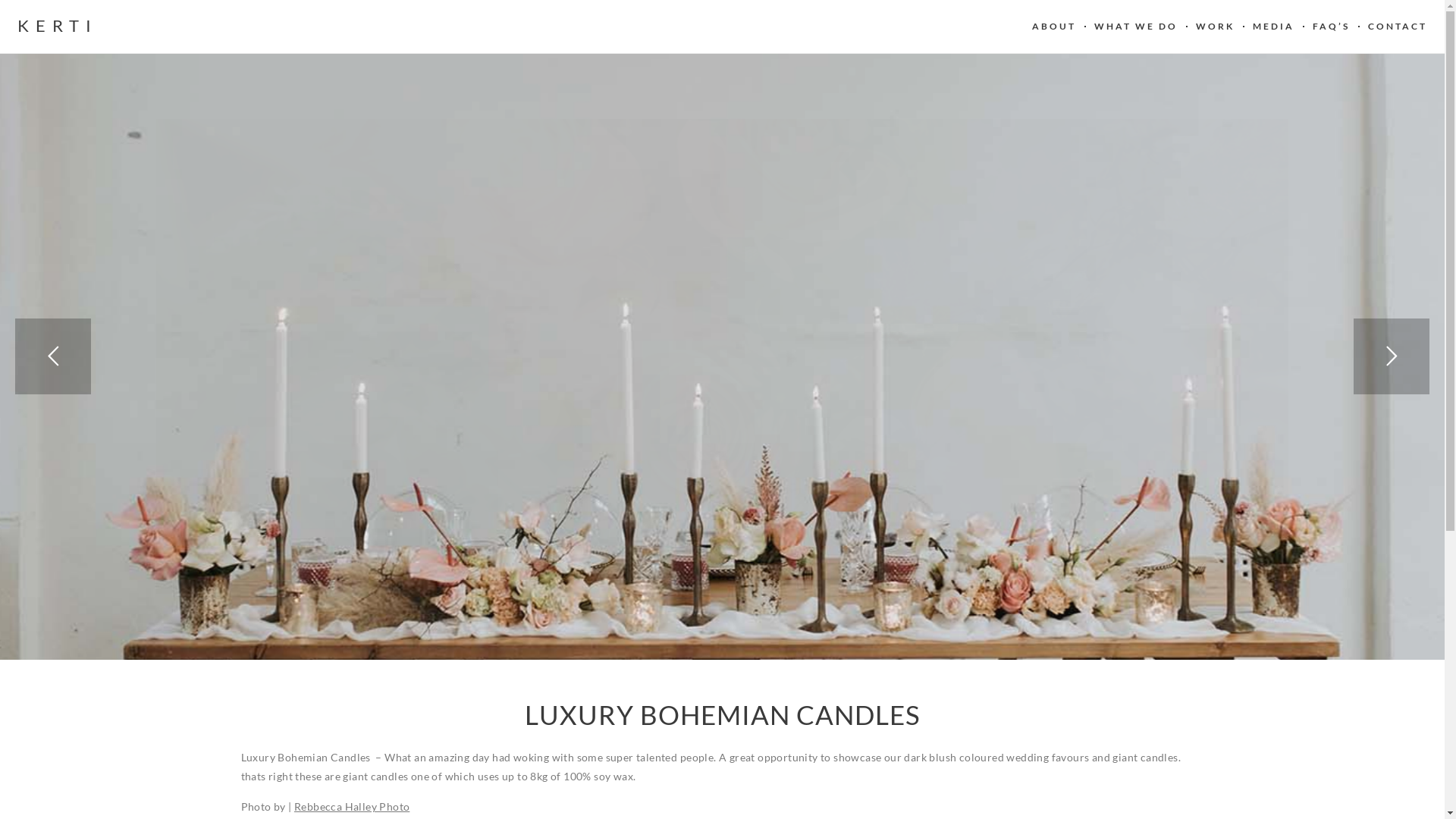 The height and width of the screenshot is (819, 1456). Describe the element at coordinates (351, 805) in the screenshot. I see `'Rebbecca Halley Photo'` at that location.